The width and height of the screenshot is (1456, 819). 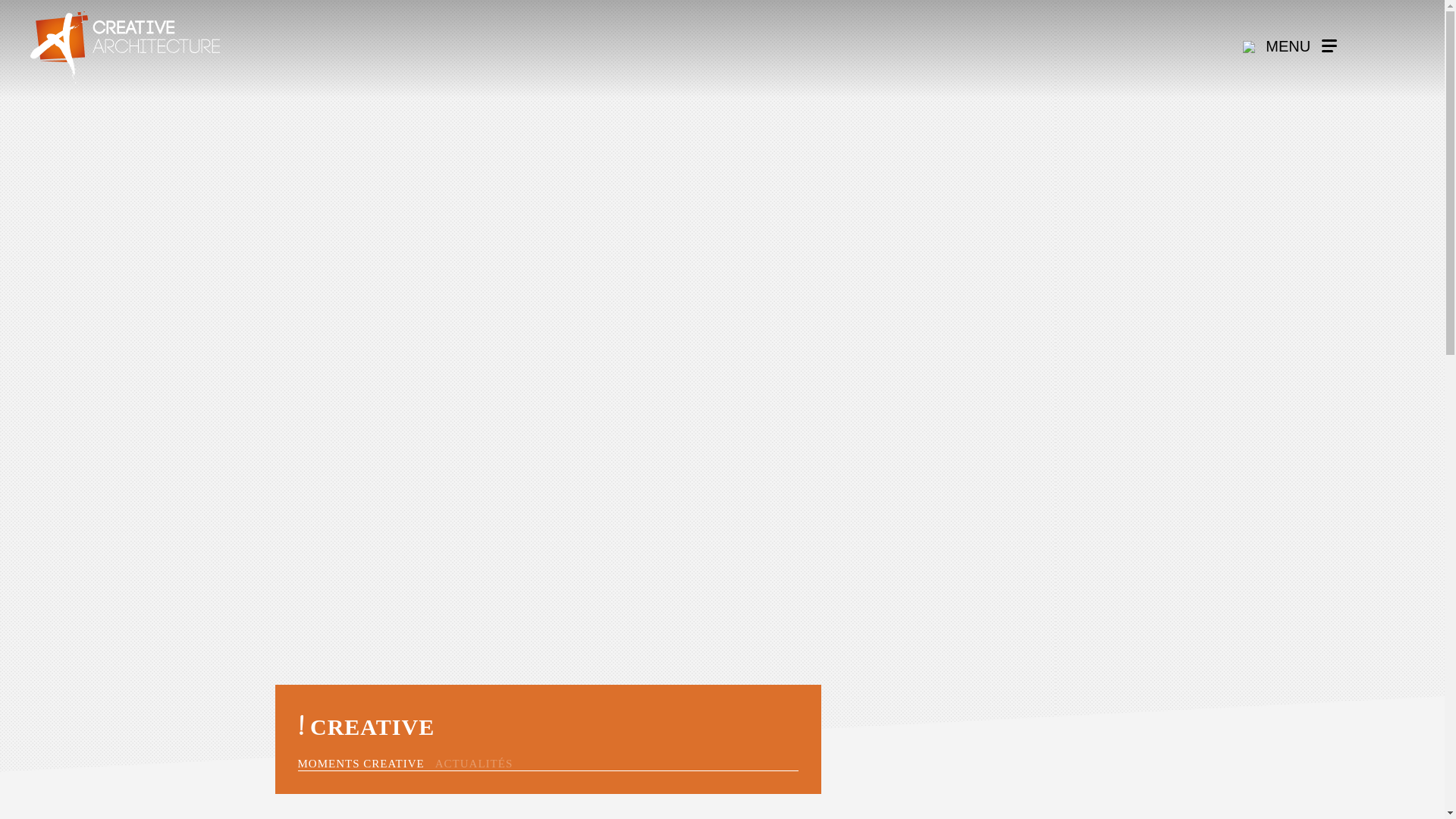 I want to click on 'MOMENTS CREATIVE', so click(x=364, y=763).